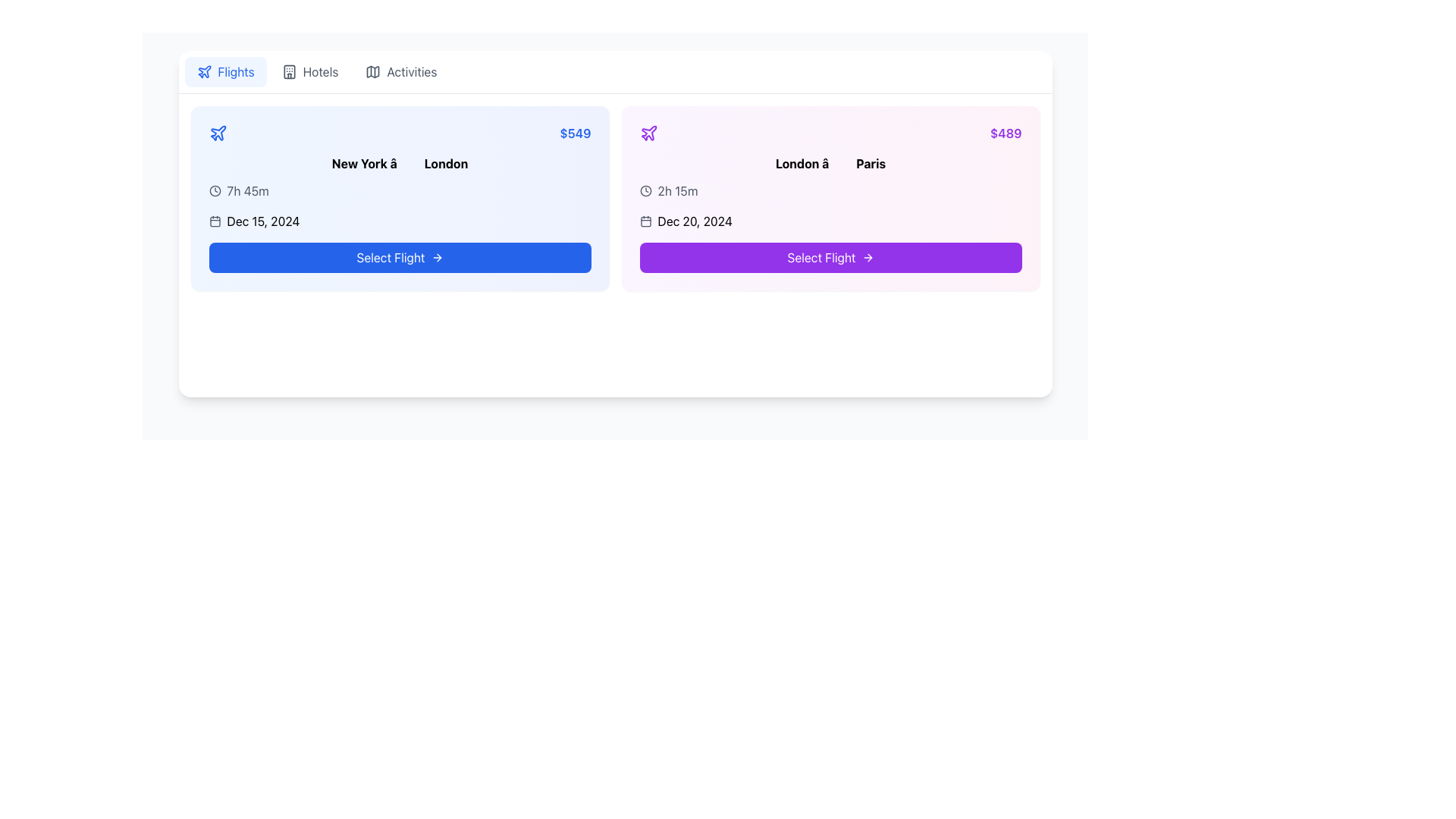 This screenshot has width=1456, height=819. I want to click on the 'Activities' text label in the top navigation bar, which is displayed in gray font and positioned between 'Hotels' and an empty space, so click(412, 72).